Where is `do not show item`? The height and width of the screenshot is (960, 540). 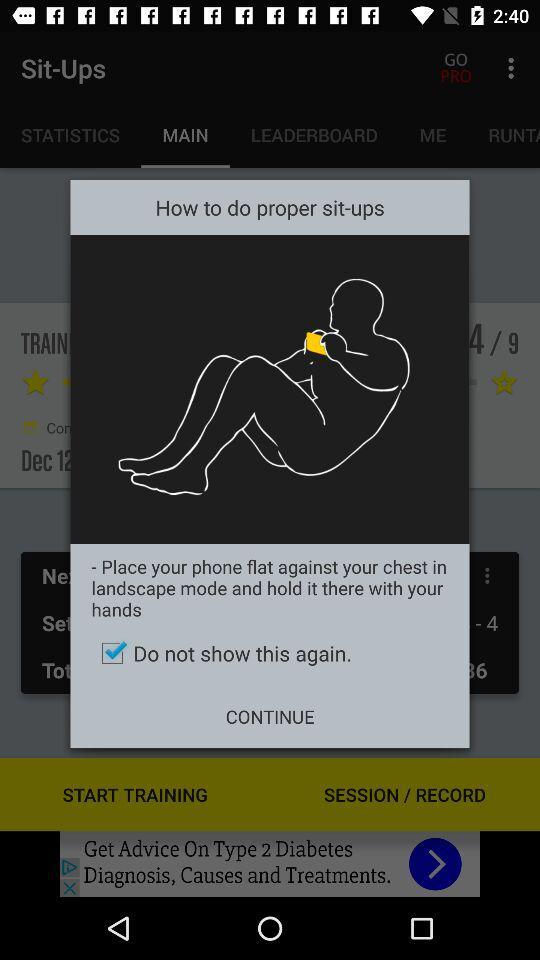 do not show item is located at coordinates (270, 652).